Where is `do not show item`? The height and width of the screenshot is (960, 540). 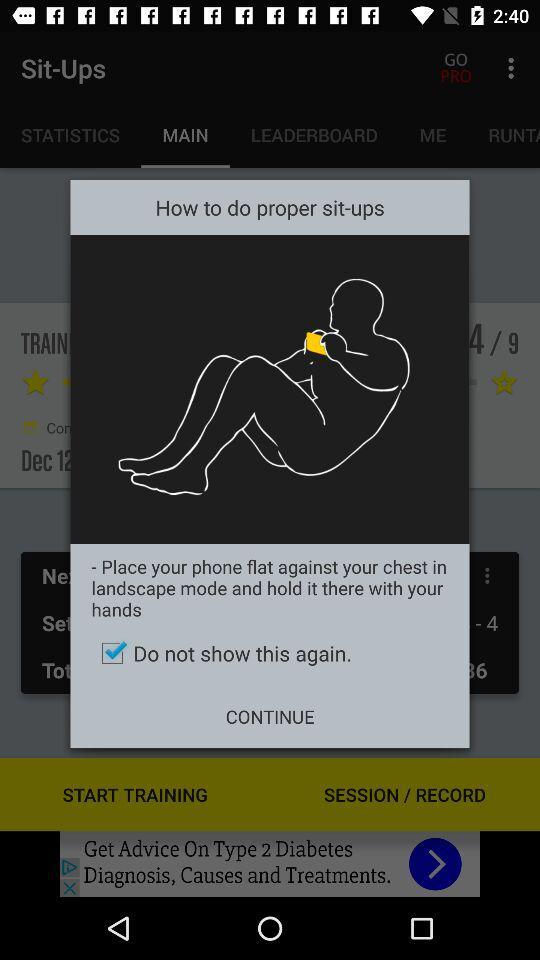 do not show item is located at coordinates (270, 652).